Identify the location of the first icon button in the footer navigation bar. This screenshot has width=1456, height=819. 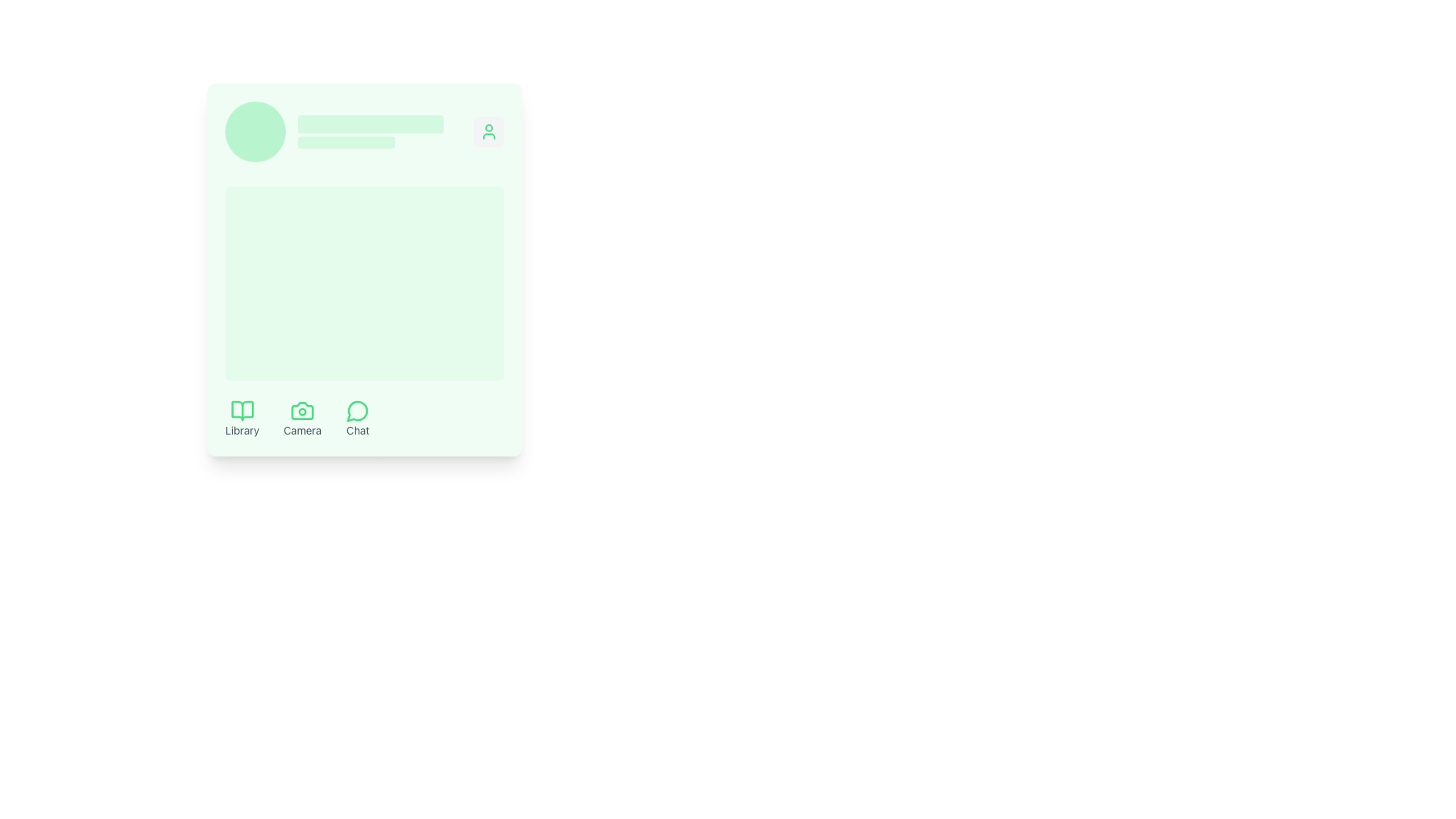
(241, 411).